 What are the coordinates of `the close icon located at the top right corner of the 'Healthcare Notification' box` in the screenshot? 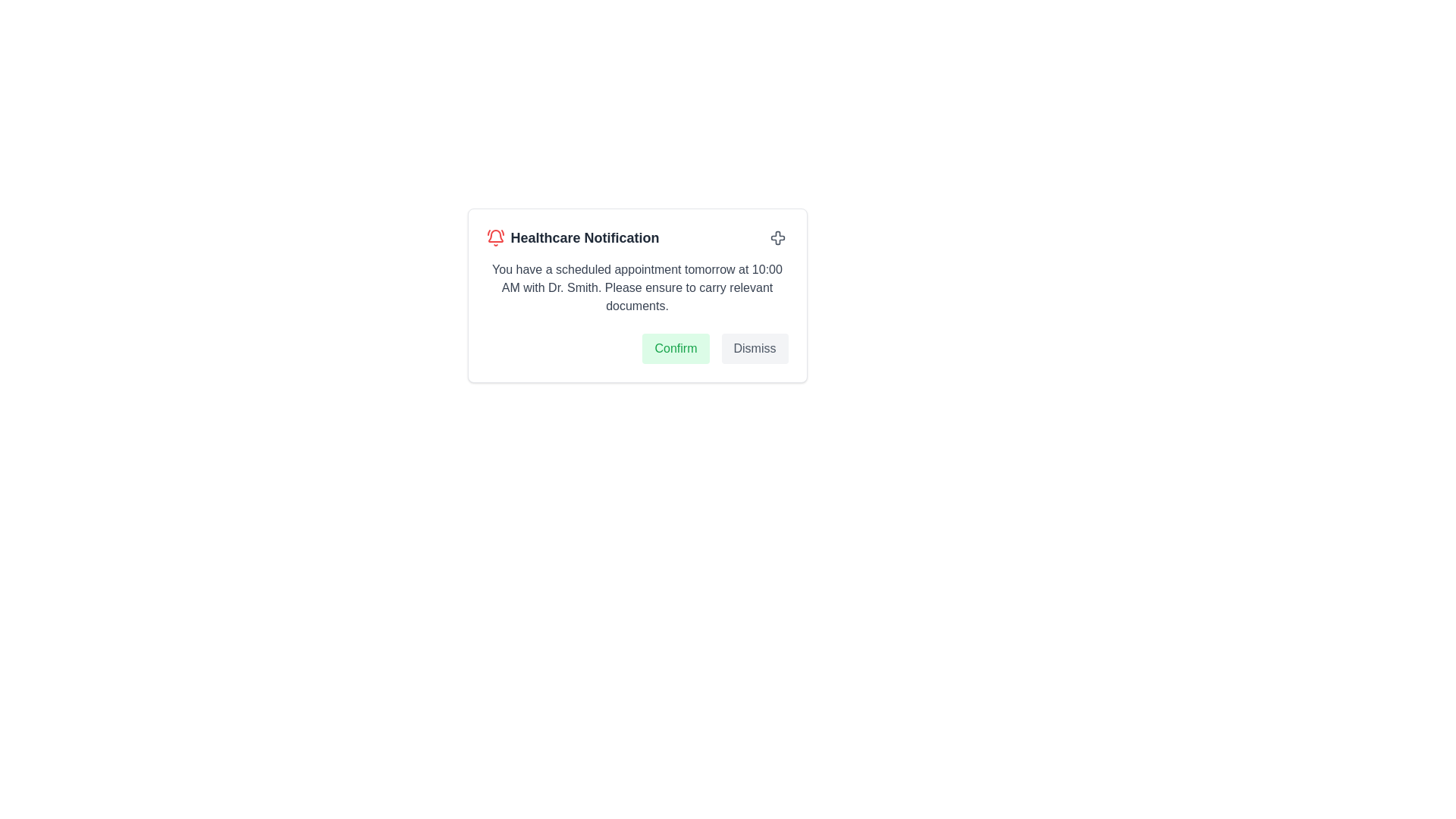 It's located at (777, 237).